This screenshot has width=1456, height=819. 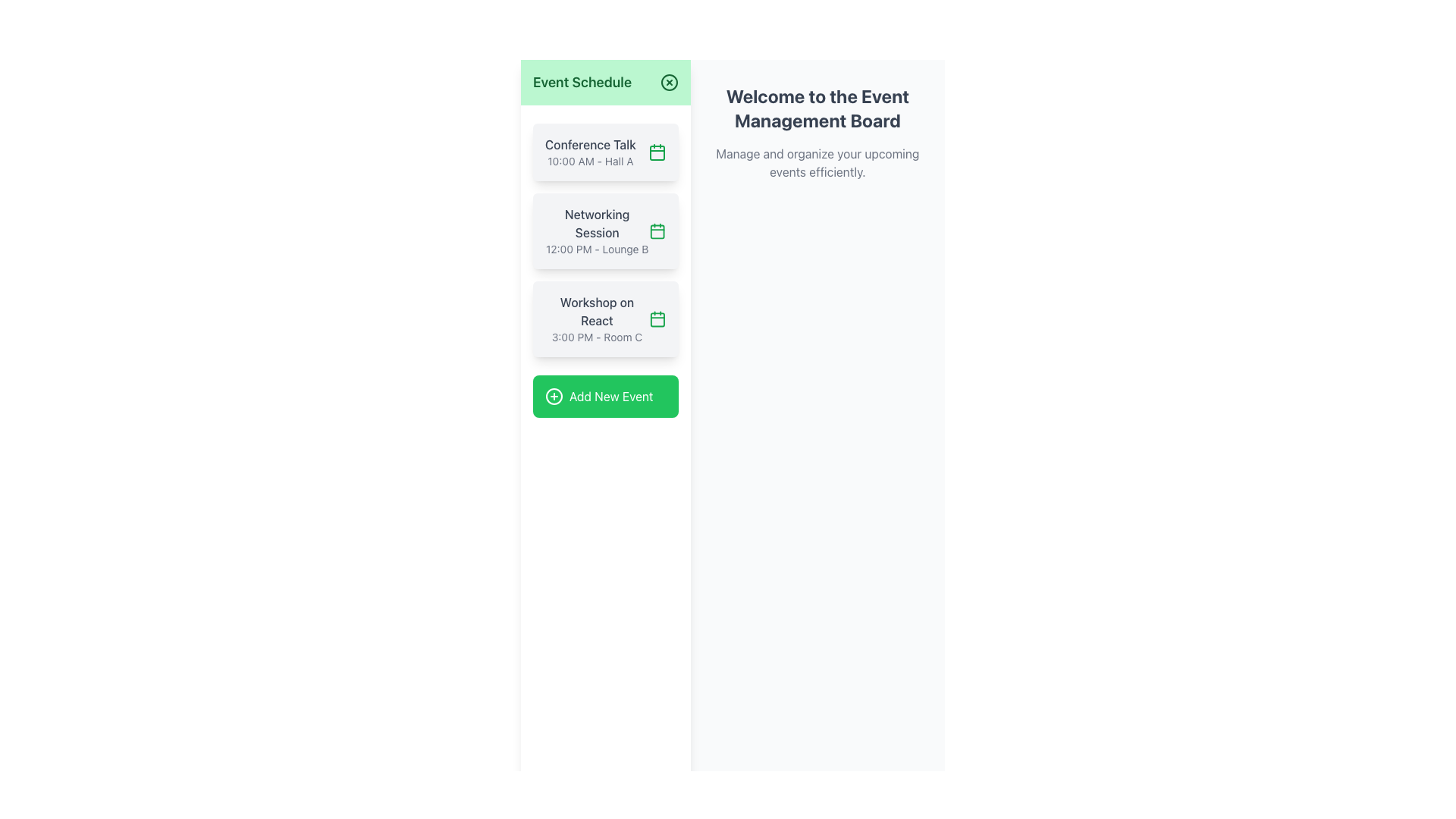 What do you see at coordinates (657, 152) in the screenshot?
I see `the decorative UI component with rounded corners and a green accent, which is part of the calendar icon next to the 'Conference Talk' event in the schedule list` at bounding box center [657, 152].